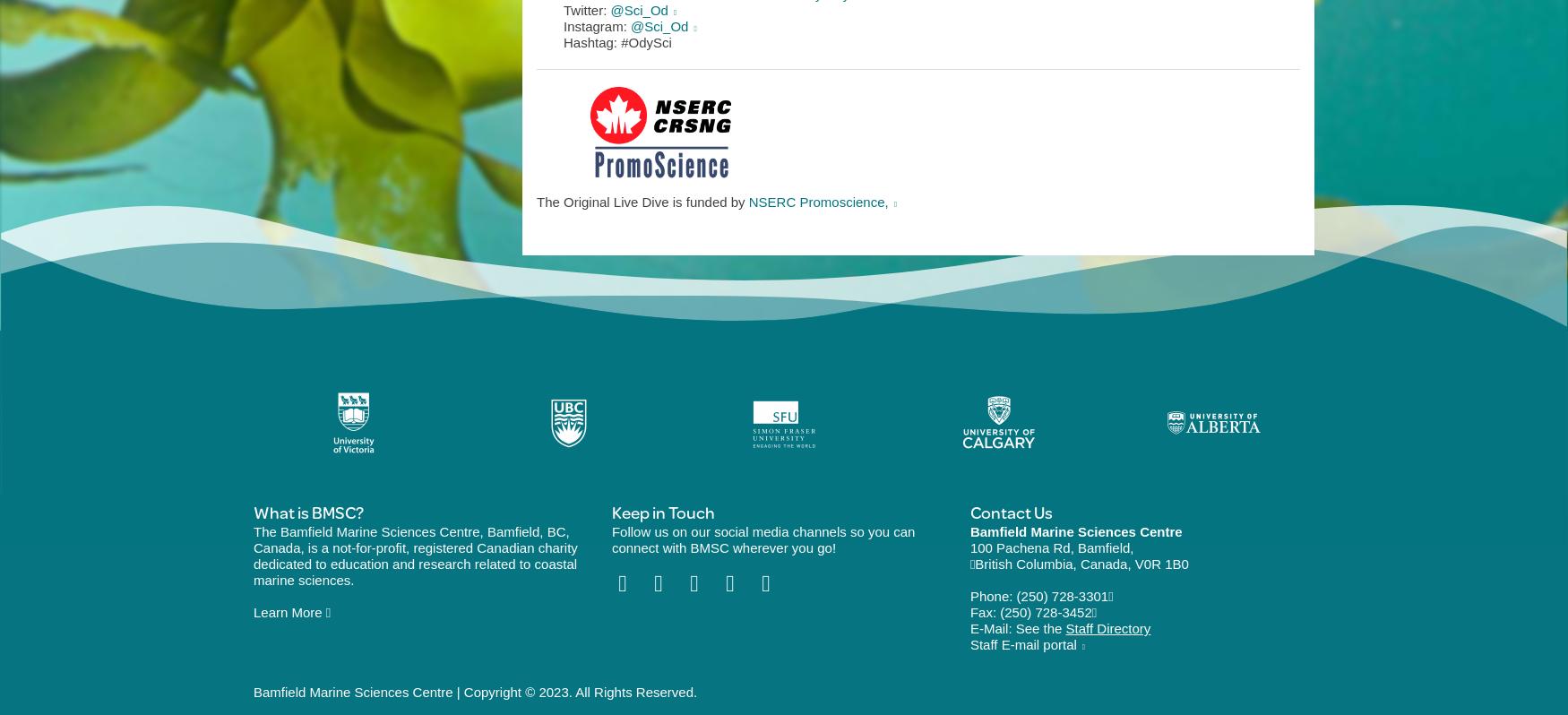 The width and height of the screenshot is (1568, 715). What do you see at coordinates (1010, 511) in the screenshot?
I see `'Contact Us'` at bounding box center [1010, 511].